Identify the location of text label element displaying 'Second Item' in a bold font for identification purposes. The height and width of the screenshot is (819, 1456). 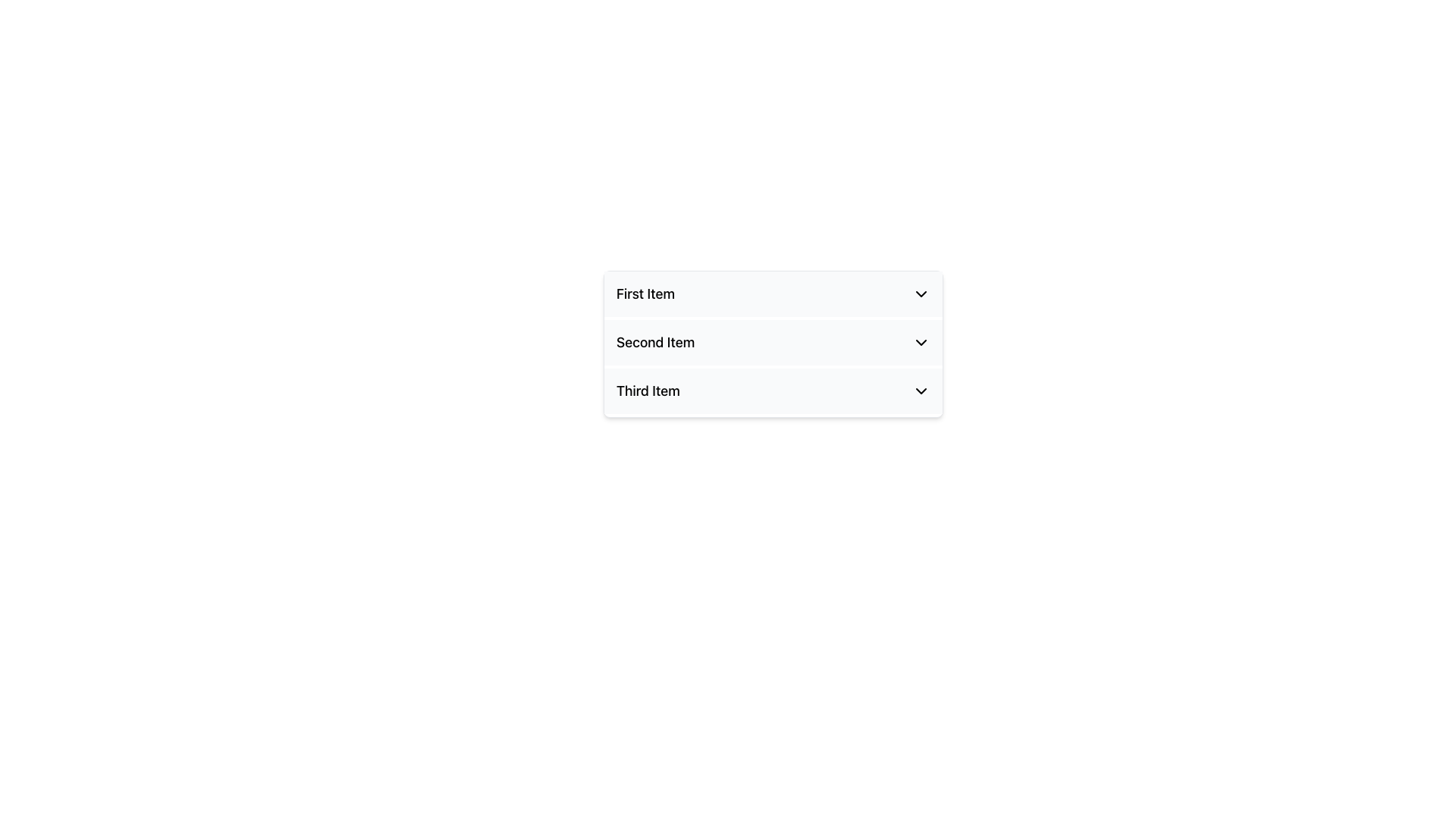
(655, 342).